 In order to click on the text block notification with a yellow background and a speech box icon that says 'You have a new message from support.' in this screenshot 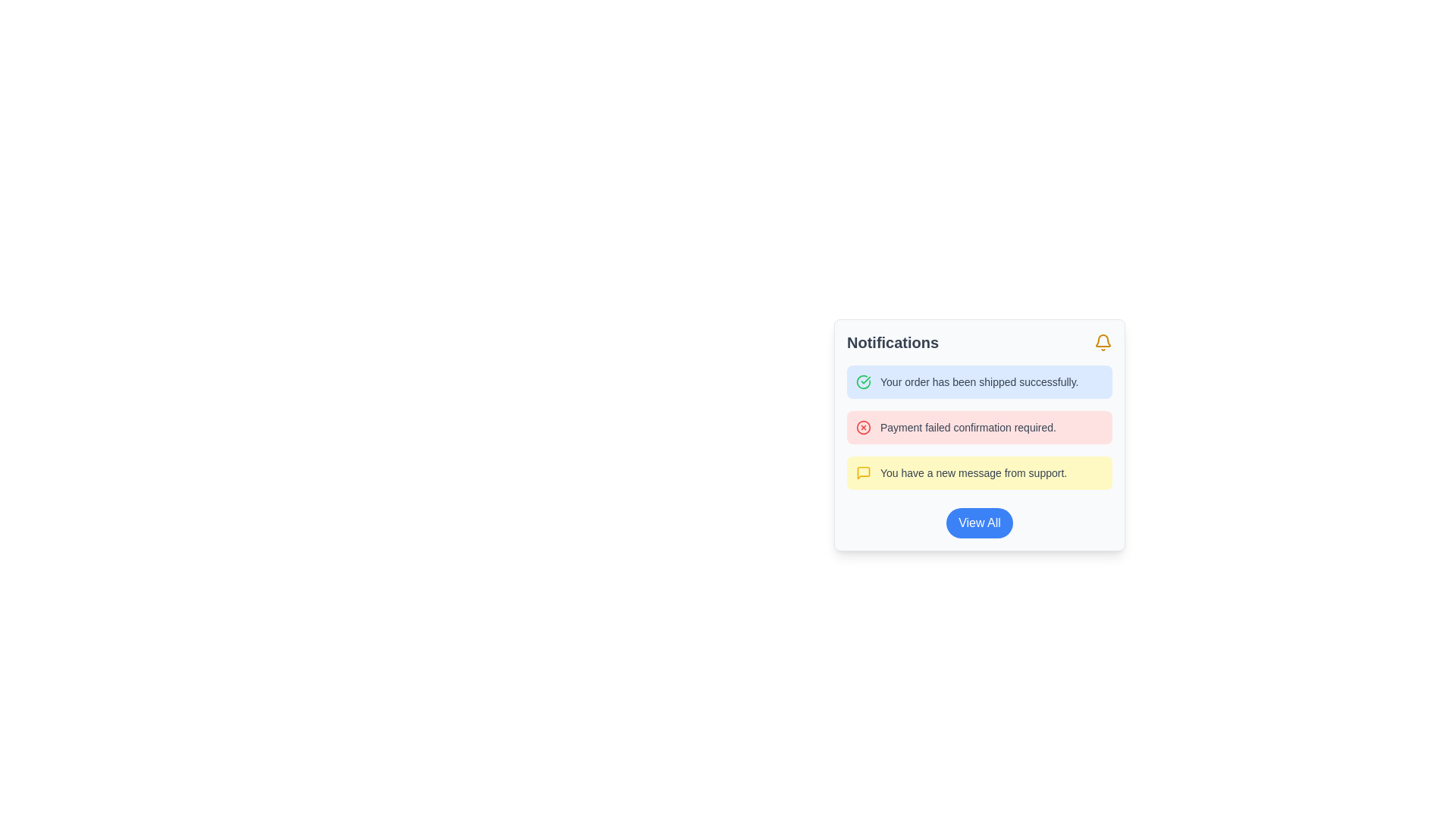, I will do `click(979, 472)`.